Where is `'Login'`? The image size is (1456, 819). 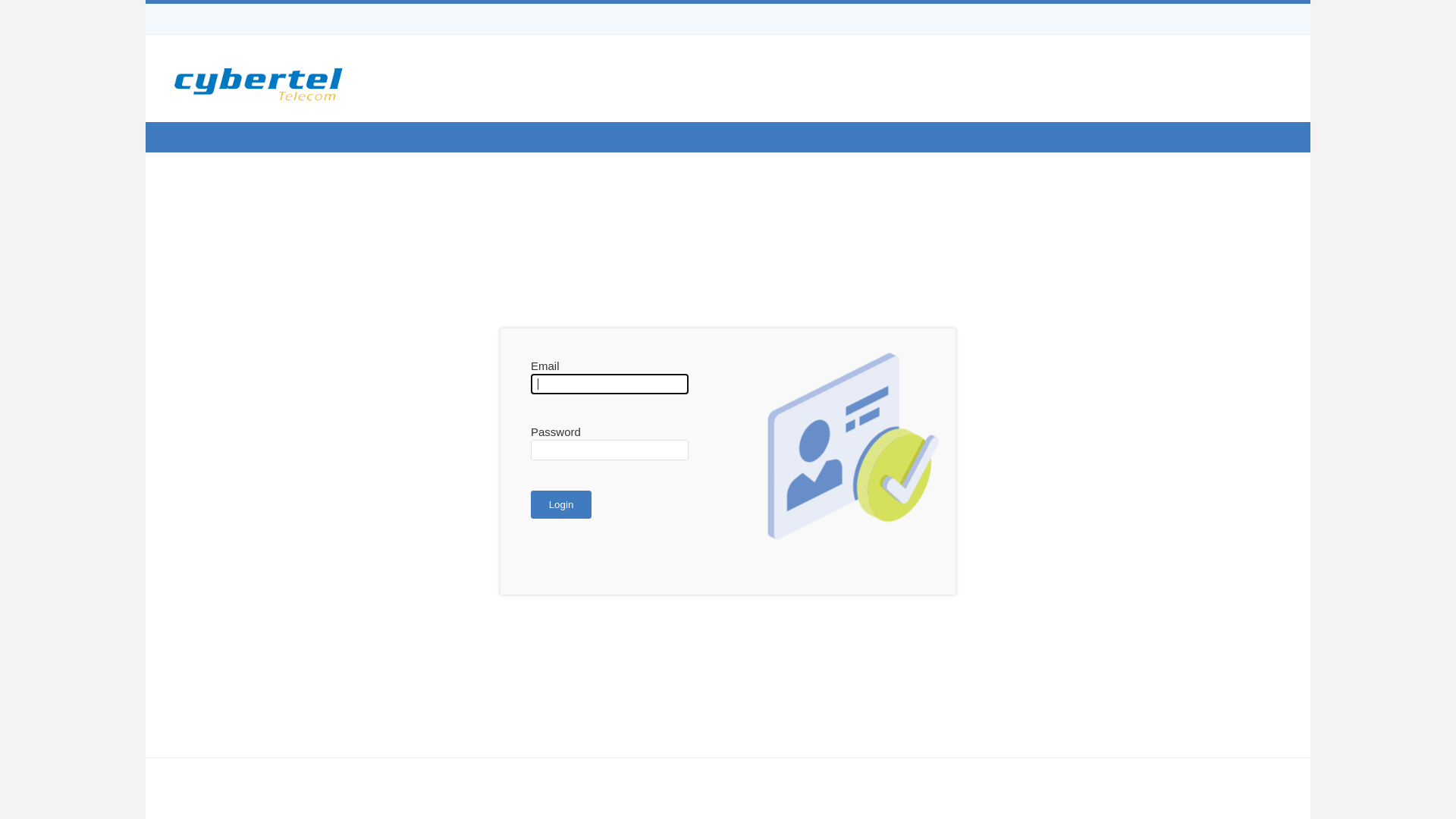 'Login' is located at coordinates (560, 504).